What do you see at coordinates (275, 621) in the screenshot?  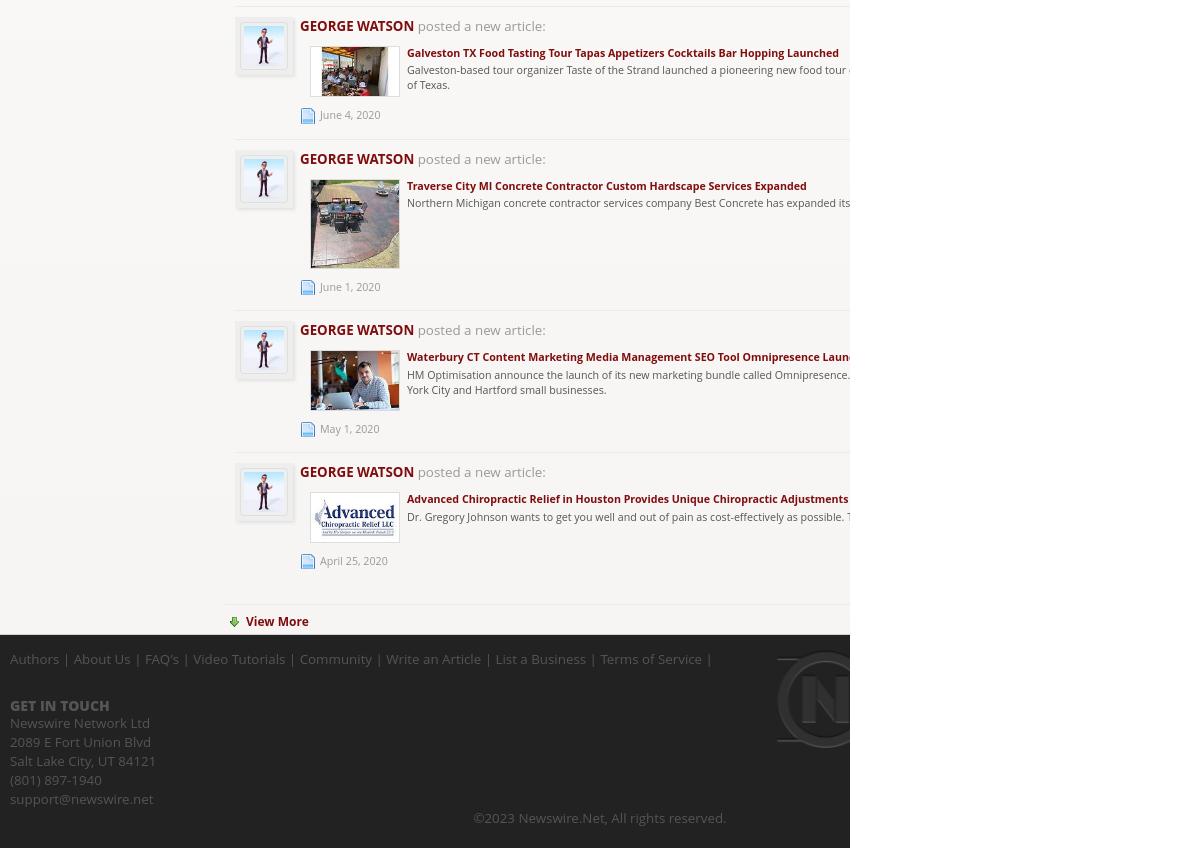 I see `'View More'` at bounding box center [275, 621].